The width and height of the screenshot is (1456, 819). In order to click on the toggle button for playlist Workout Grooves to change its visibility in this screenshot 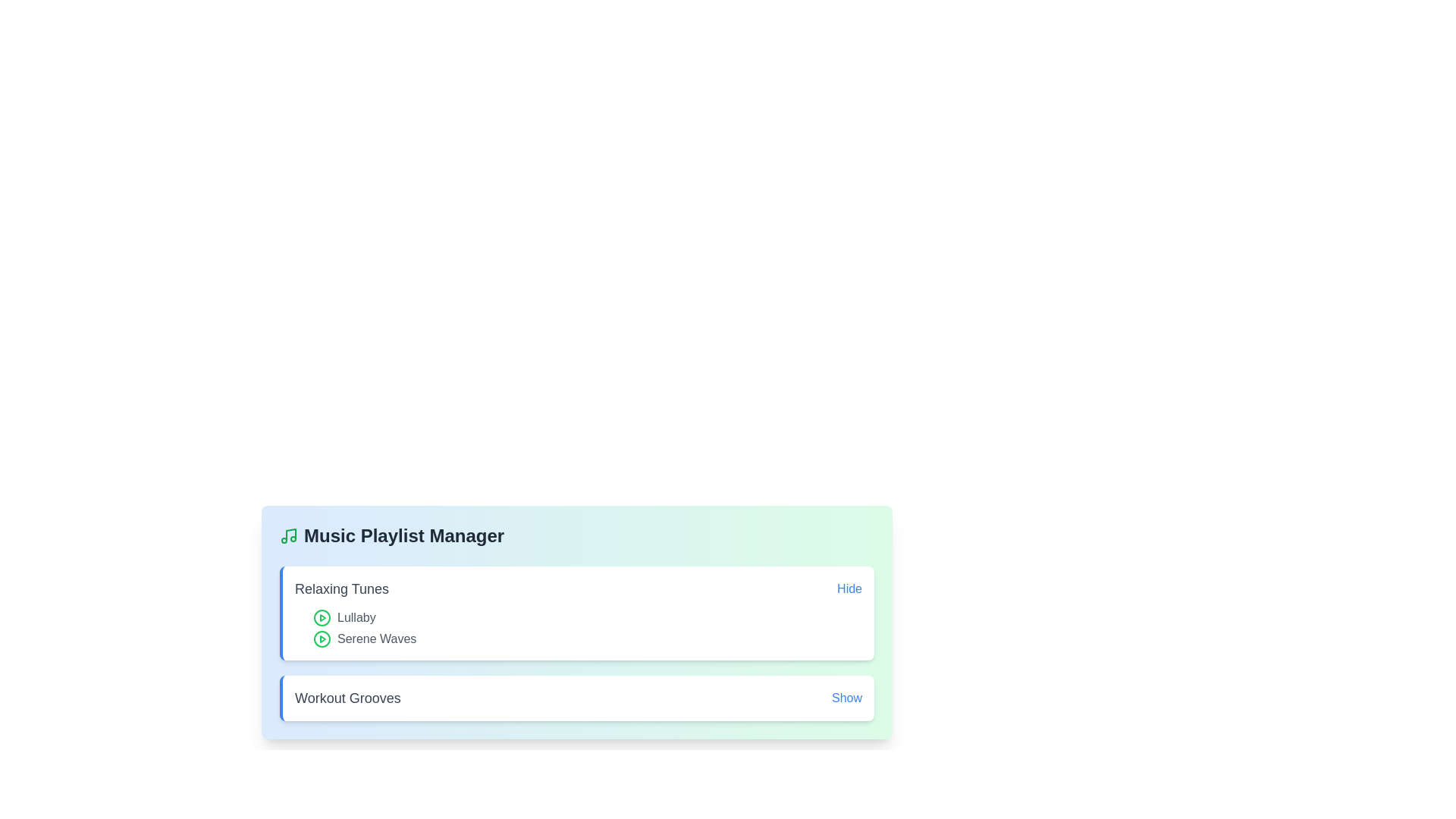, I will do `click(846, 698)`.